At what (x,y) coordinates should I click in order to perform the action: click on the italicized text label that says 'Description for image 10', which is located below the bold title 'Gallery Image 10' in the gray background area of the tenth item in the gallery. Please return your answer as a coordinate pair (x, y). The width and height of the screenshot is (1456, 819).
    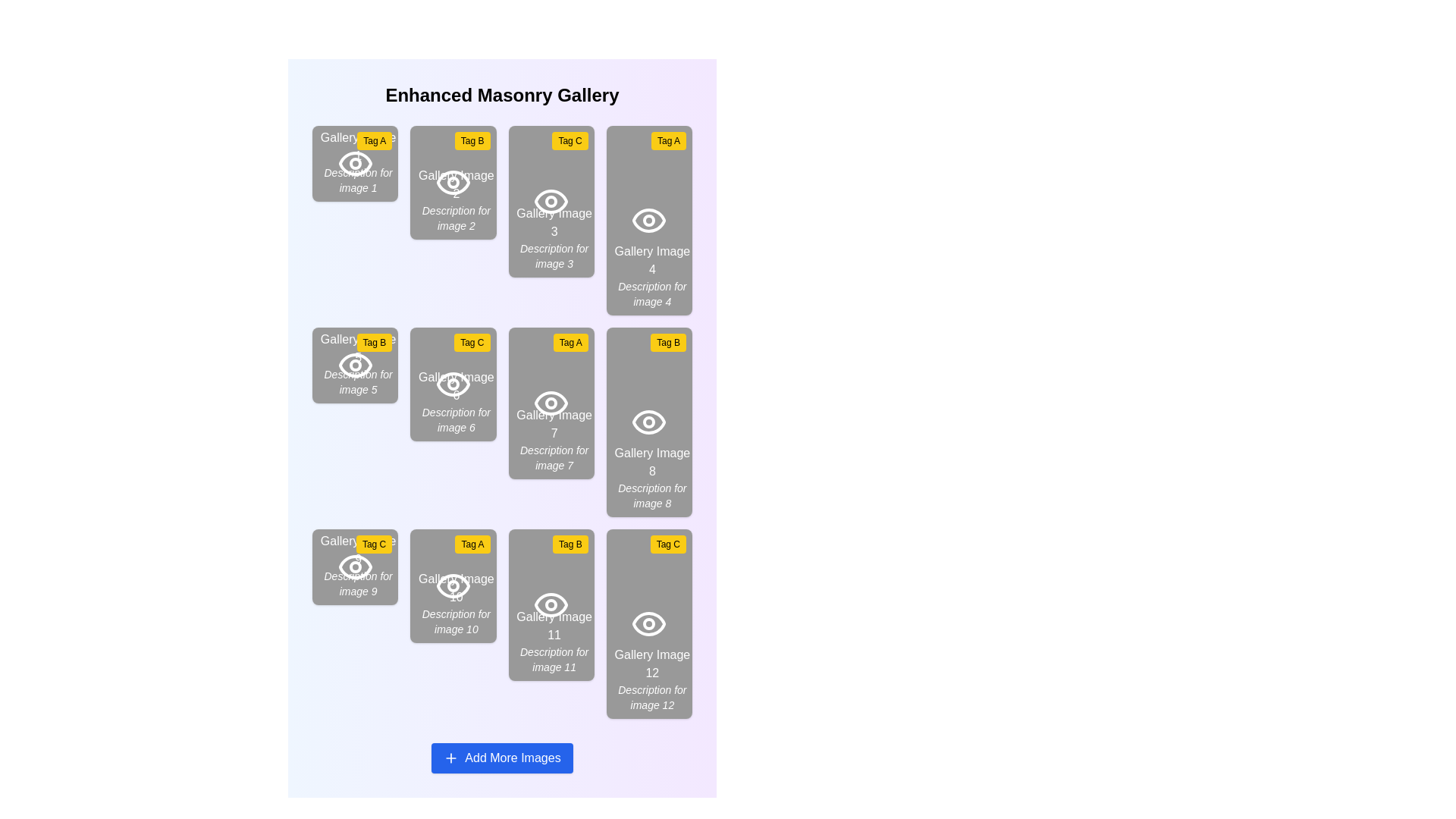
    Looking at the image, I should click on (455, 622).